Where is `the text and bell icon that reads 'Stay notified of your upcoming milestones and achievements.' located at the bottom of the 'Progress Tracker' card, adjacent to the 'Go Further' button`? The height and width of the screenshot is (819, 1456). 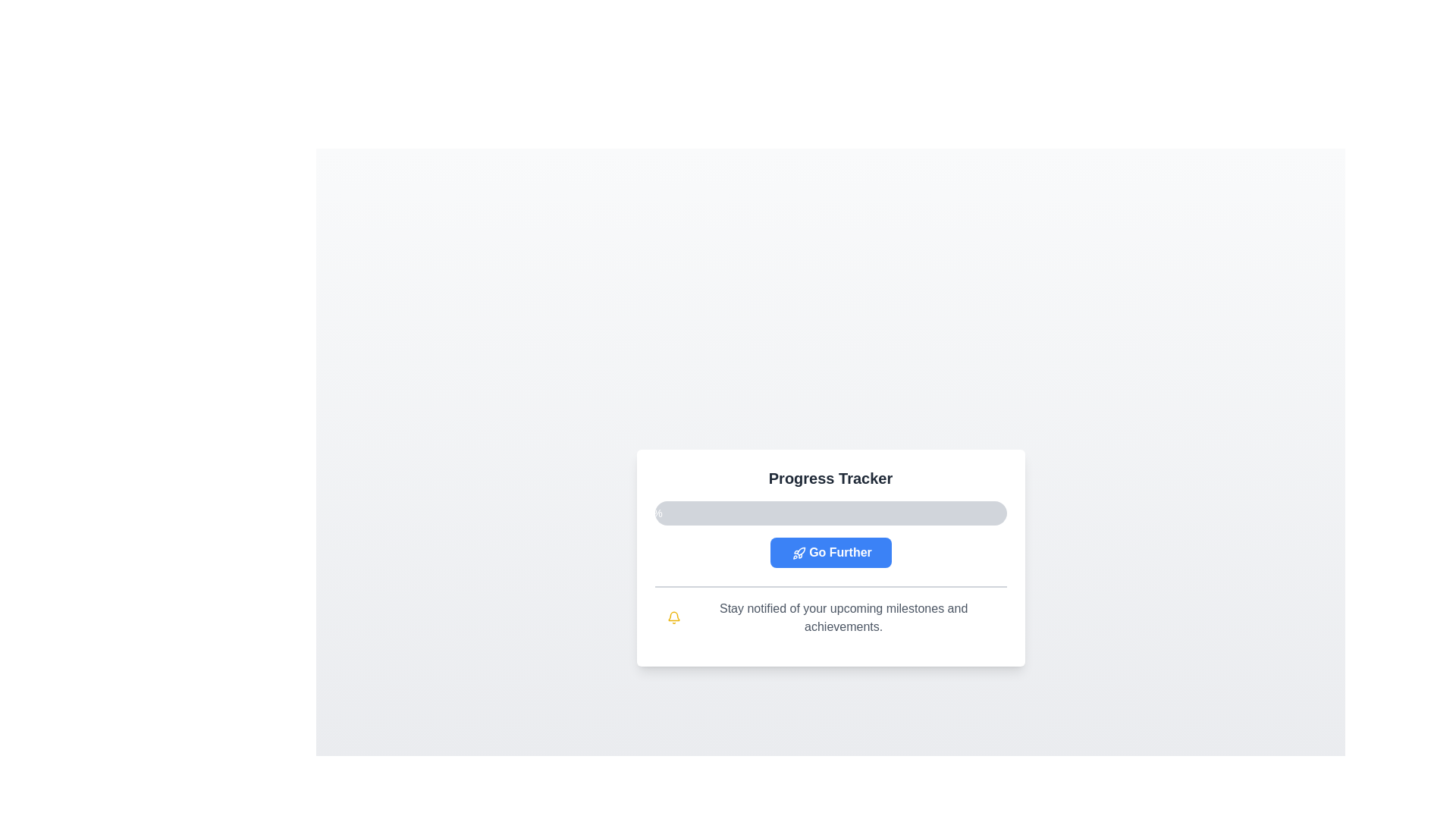 the text and bell icon that reads 'Stay notified of your upcoming milestones and achievements.' located at the bottom of the 'Progress Tracker' card, adjacent to the 'Go Further' button is located at coordinates (830, 617).